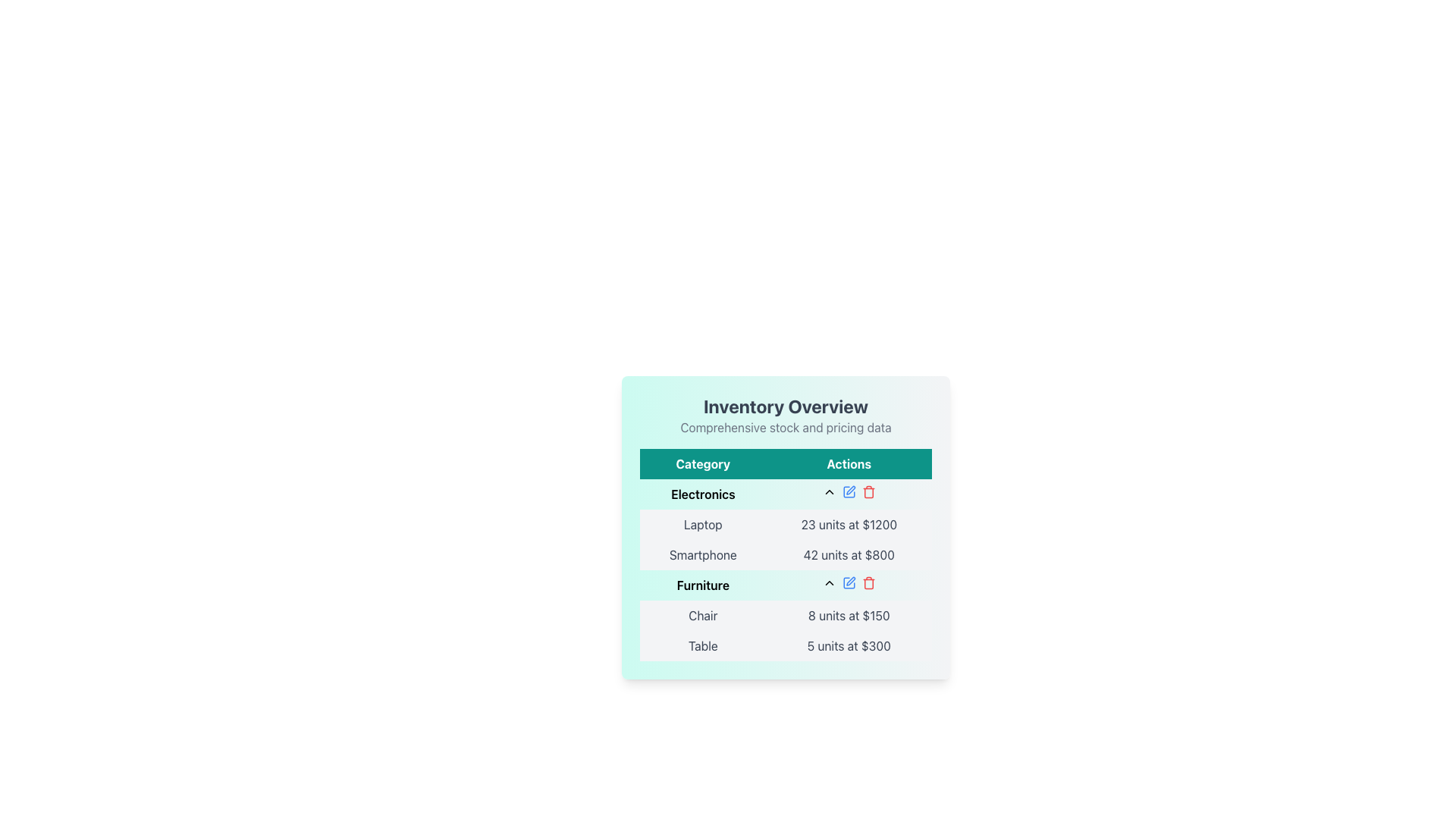 Image resolution: width=1456 pixels, height=819 pixels. I want to click on the static text label 'Smartphone' located in the second row under the 'Category' column of the 'Inventory Overview' table, so click(702, 555).